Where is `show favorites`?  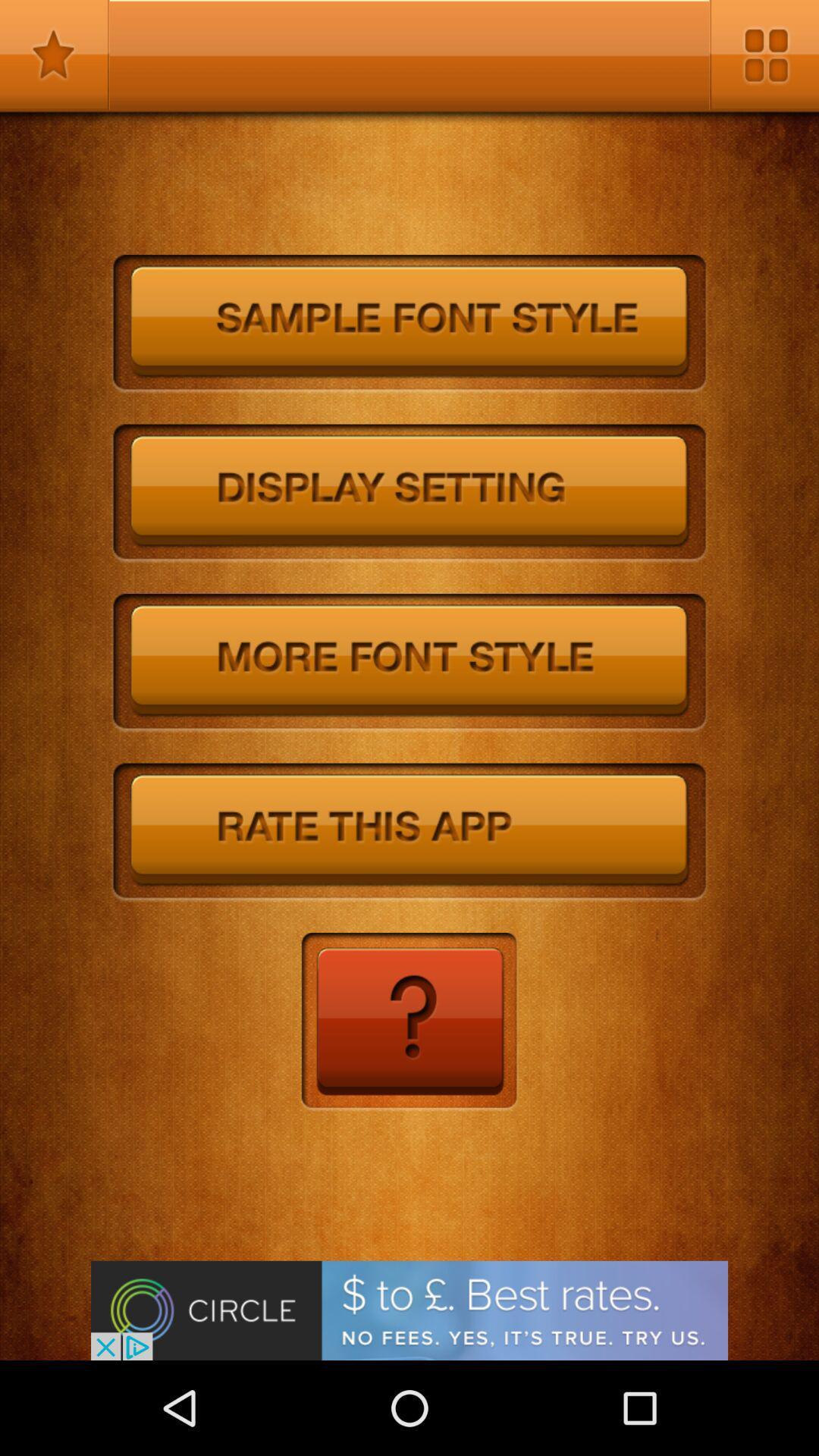
show favorites is located at coordinates (54, 55).